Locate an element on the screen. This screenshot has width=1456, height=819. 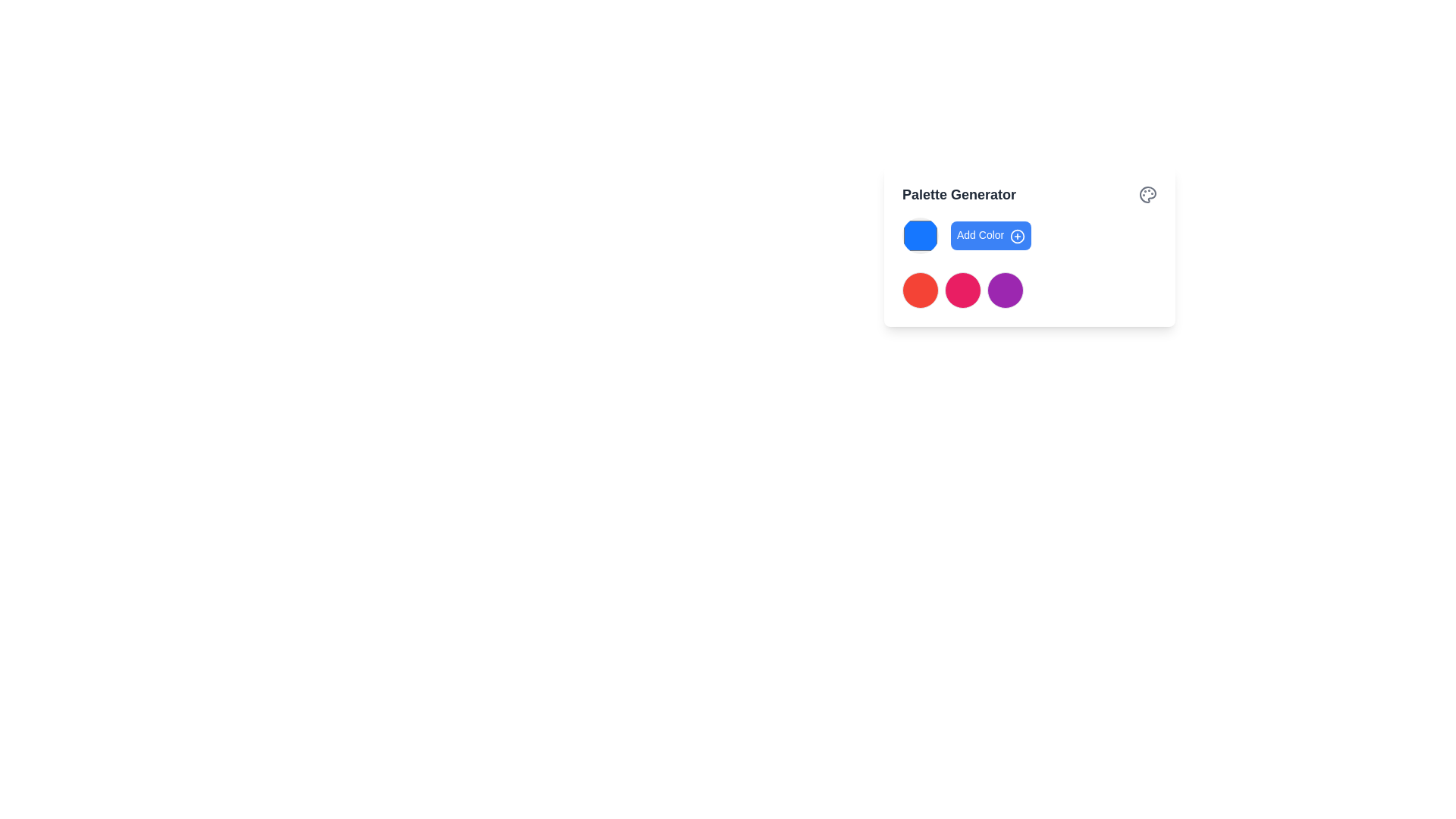
the circular palette icon located at the top-right corner of the white card interface is located at coordinates (1147, 194).